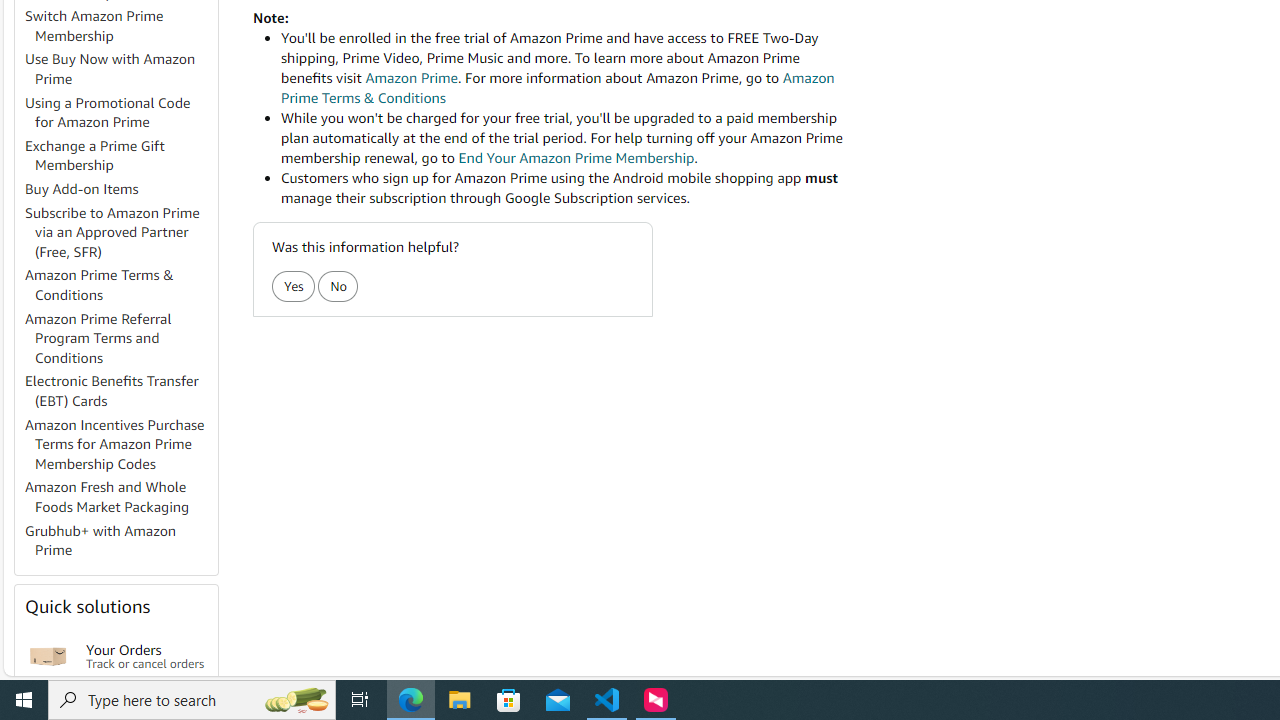 The height and width of the screenshot is (720, 1280). What do you see at coordinates (410, 77) in the screenshot?
I see `'Amazon Prime'` at bounding box center [410, 77].